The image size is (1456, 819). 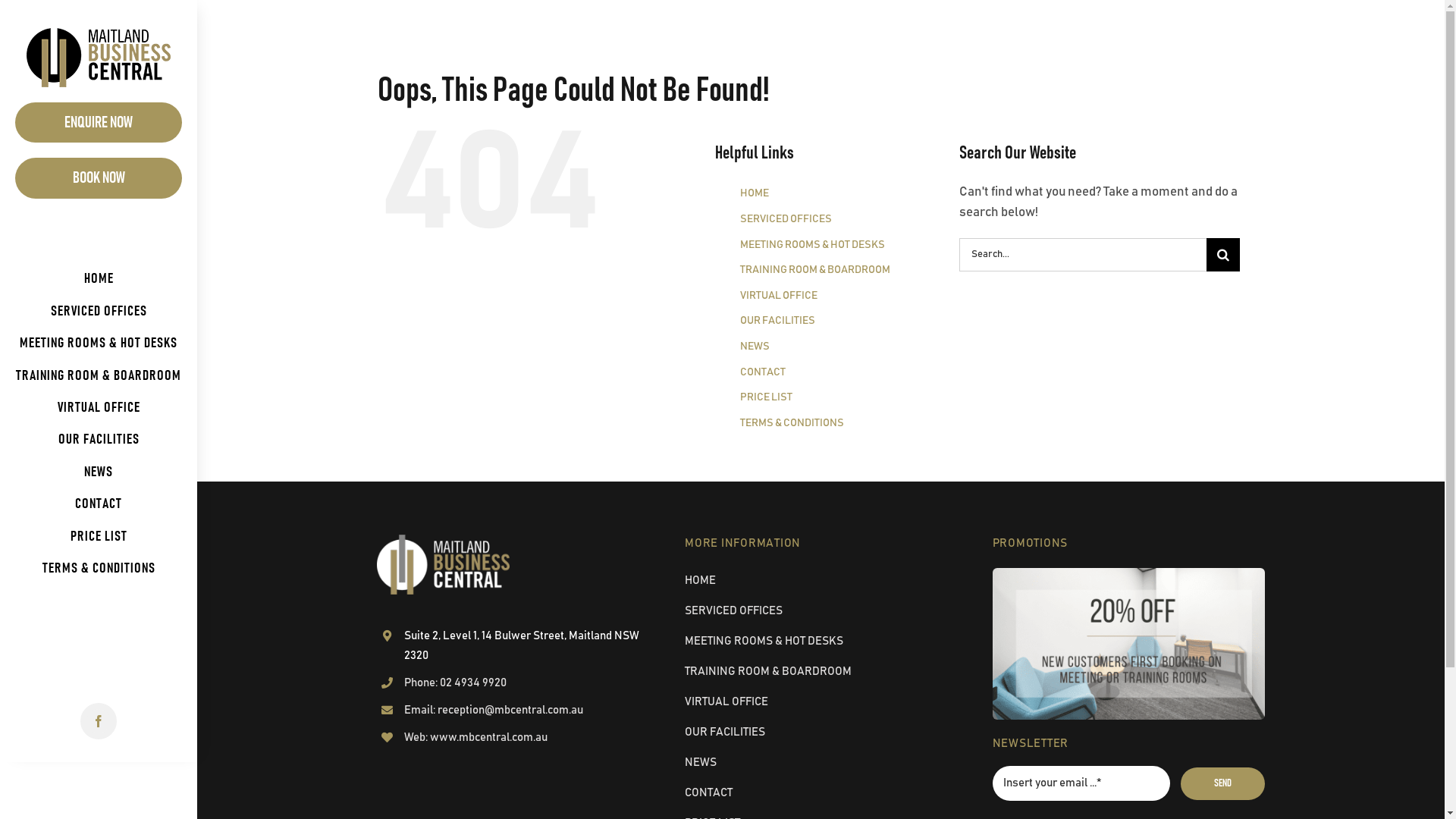 What do you see at coordinates (97, 343) in the screenshot?
I see `'MEETING ROOMS & HOT DESKS'` at bounding box center [97, 343].